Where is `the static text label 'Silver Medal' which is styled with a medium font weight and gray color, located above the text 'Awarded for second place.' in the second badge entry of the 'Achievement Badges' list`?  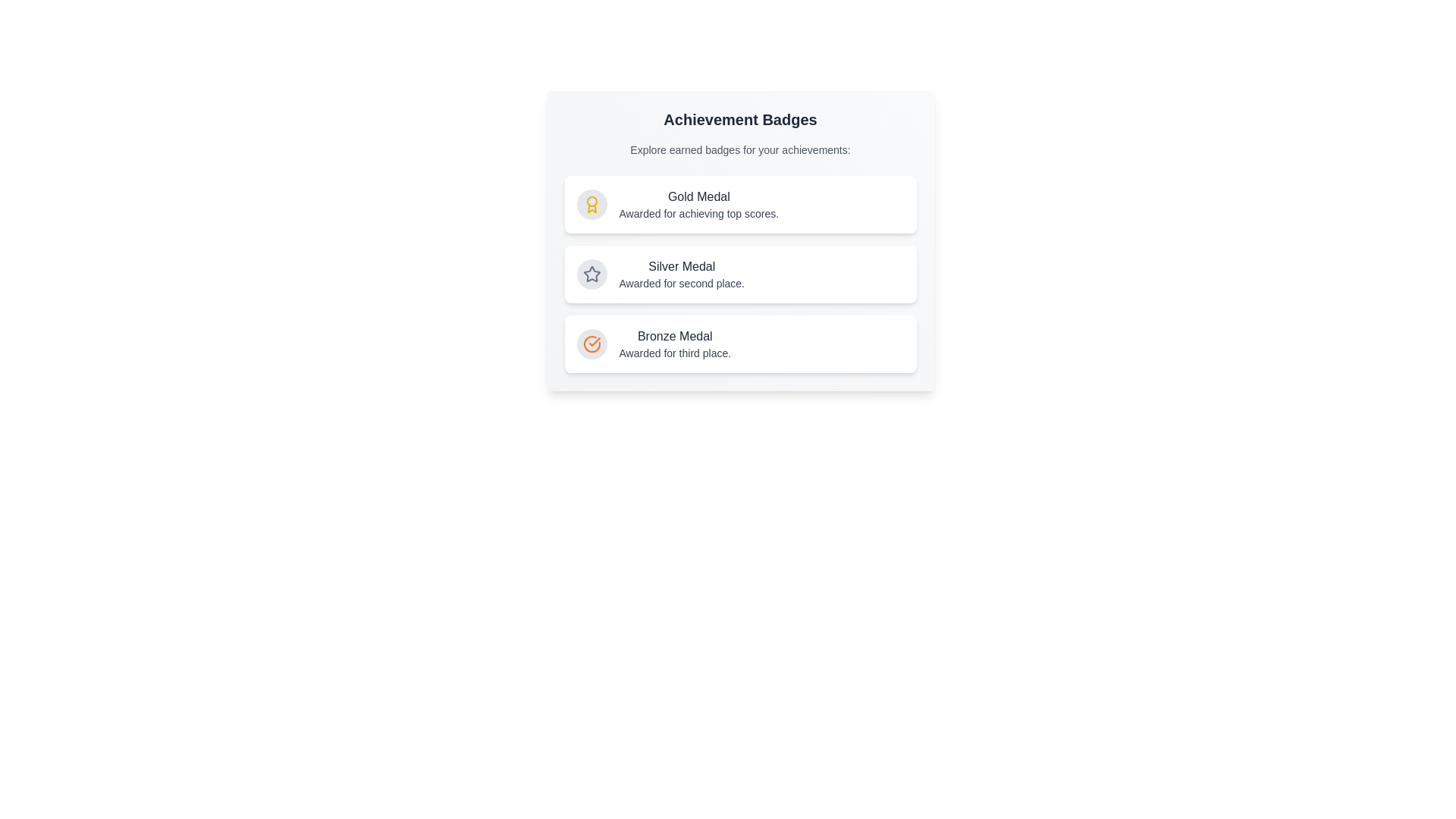 the static text label 'Silver Medal' which is styled with a medium font weight and gray color, located above the text 'Awarded for second place.' in the second badge entry of the 'Achievement Badges' list is located at coordinates (681, 265).